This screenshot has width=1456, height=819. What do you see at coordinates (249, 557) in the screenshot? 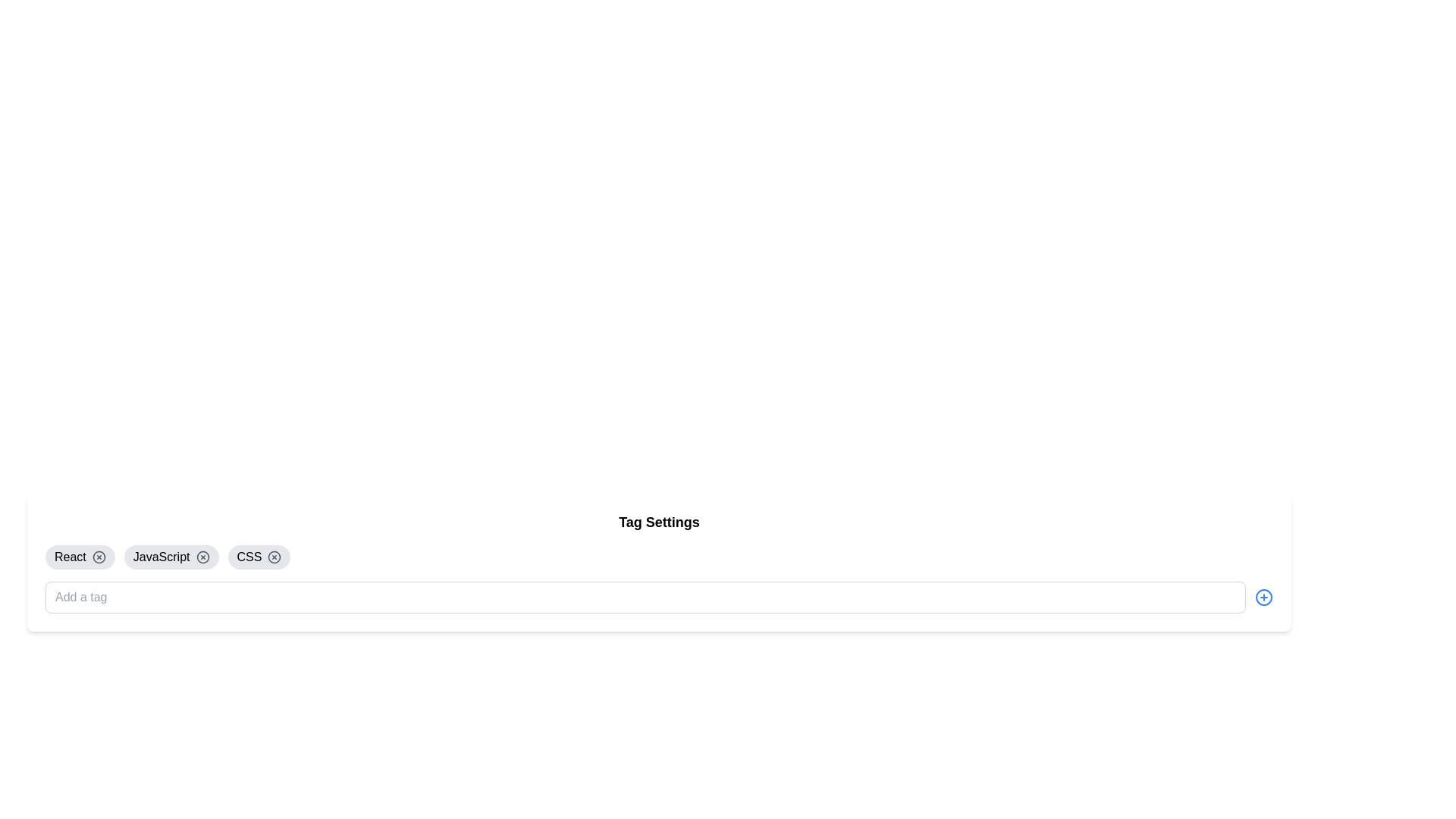
I see `and interpret the text label 'CSS' which is part of a tag management interface, located within a gray, rounded tag component` at bounding box center [249, 557].